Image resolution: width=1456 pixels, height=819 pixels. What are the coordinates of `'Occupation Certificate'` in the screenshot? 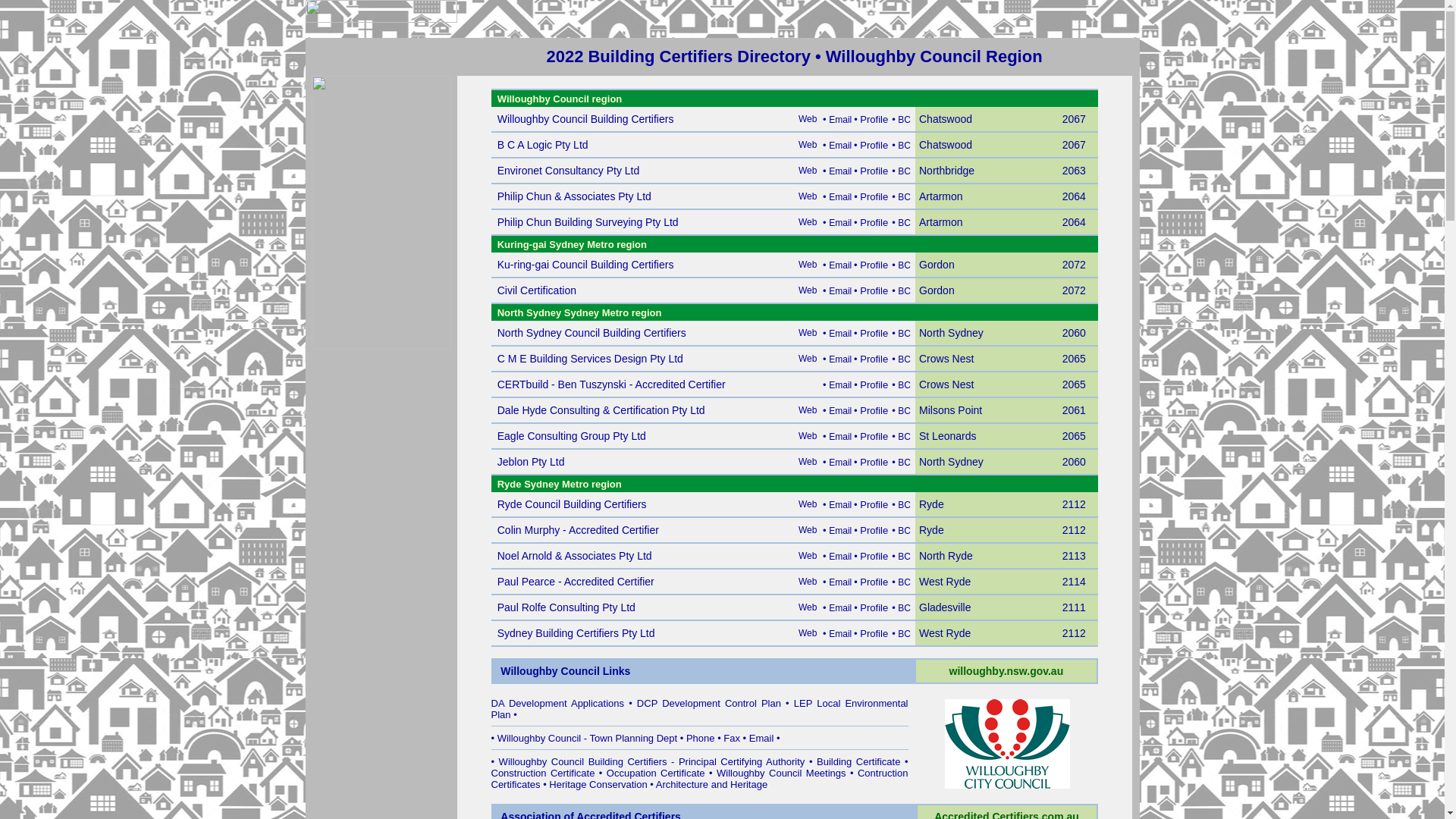 It's located at (655, 773).